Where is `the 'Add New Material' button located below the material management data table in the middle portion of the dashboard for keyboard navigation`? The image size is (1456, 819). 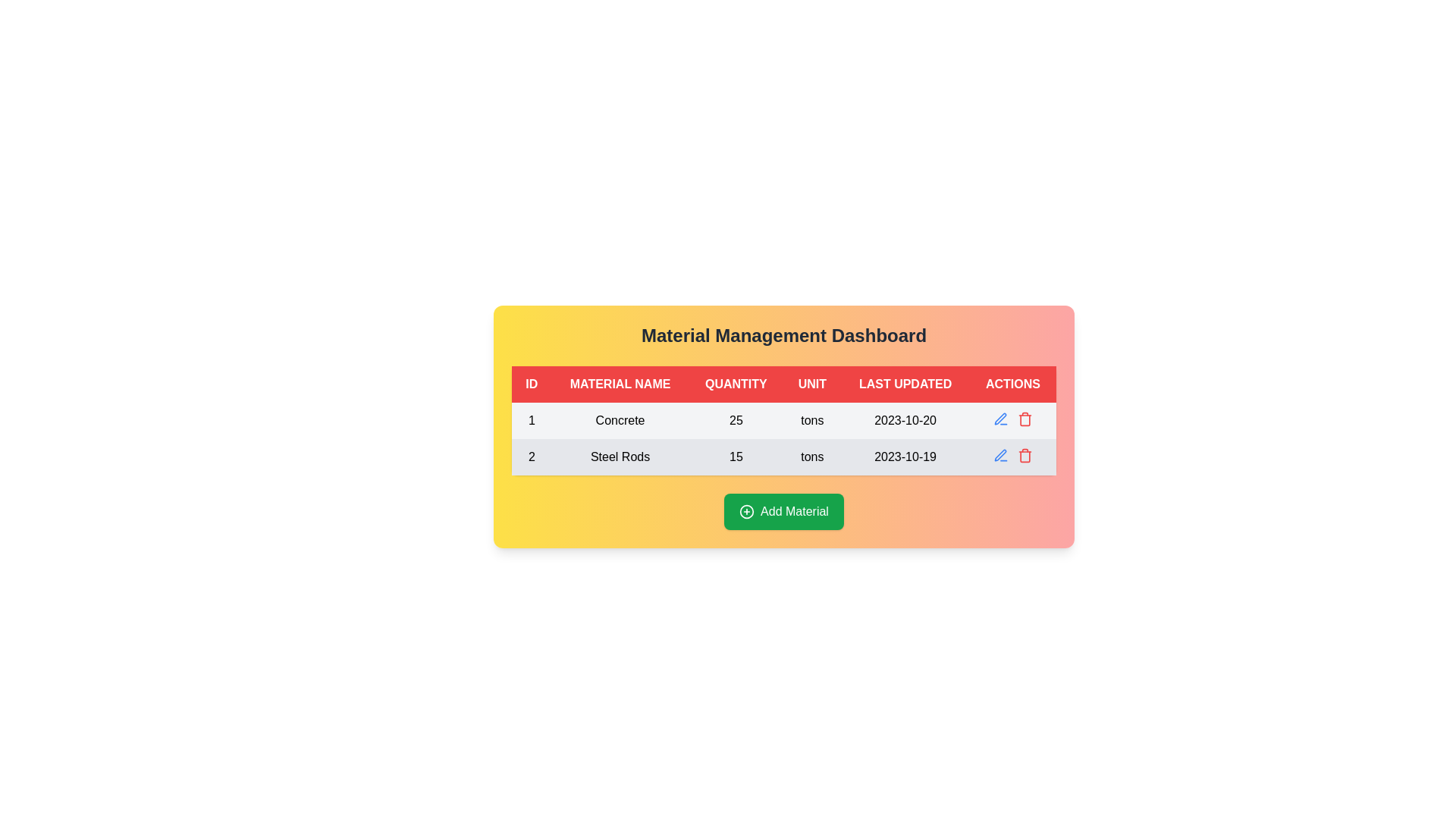
the 'Add New Material' button located below the material management data table in the middle portion of the dashboard for keyboard navigation is located at coordinates (783, 512).